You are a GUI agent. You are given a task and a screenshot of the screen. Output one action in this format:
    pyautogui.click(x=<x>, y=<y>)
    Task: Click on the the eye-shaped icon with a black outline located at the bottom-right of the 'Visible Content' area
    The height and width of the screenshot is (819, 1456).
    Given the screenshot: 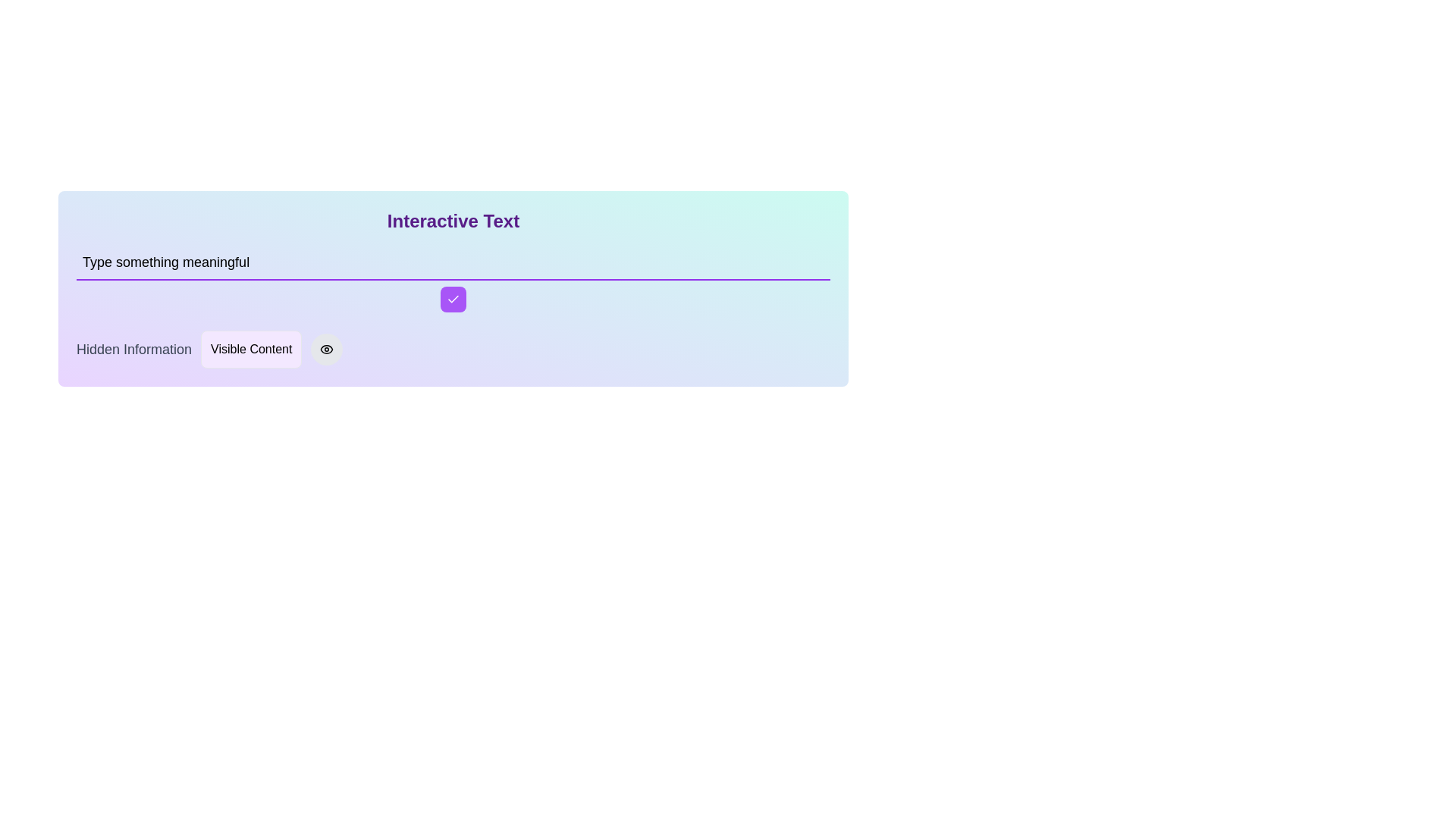 What is the action you would take?
    pyautogui.click(x=326, y=350)
    